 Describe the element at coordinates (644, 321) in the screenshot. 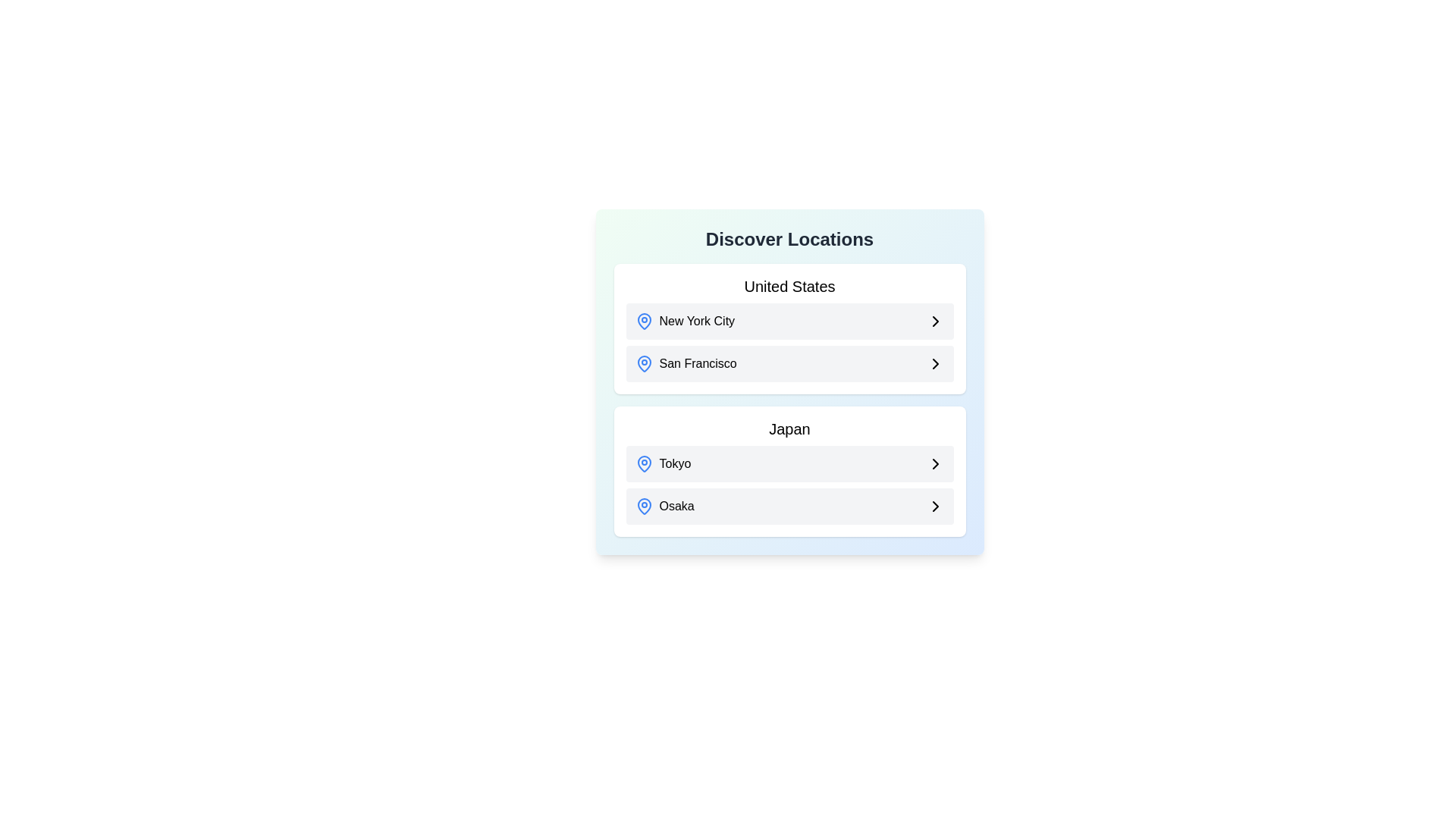

I see `the icon representing 'New York City' located before the text label within the list of locations under 'United States'` at that location.